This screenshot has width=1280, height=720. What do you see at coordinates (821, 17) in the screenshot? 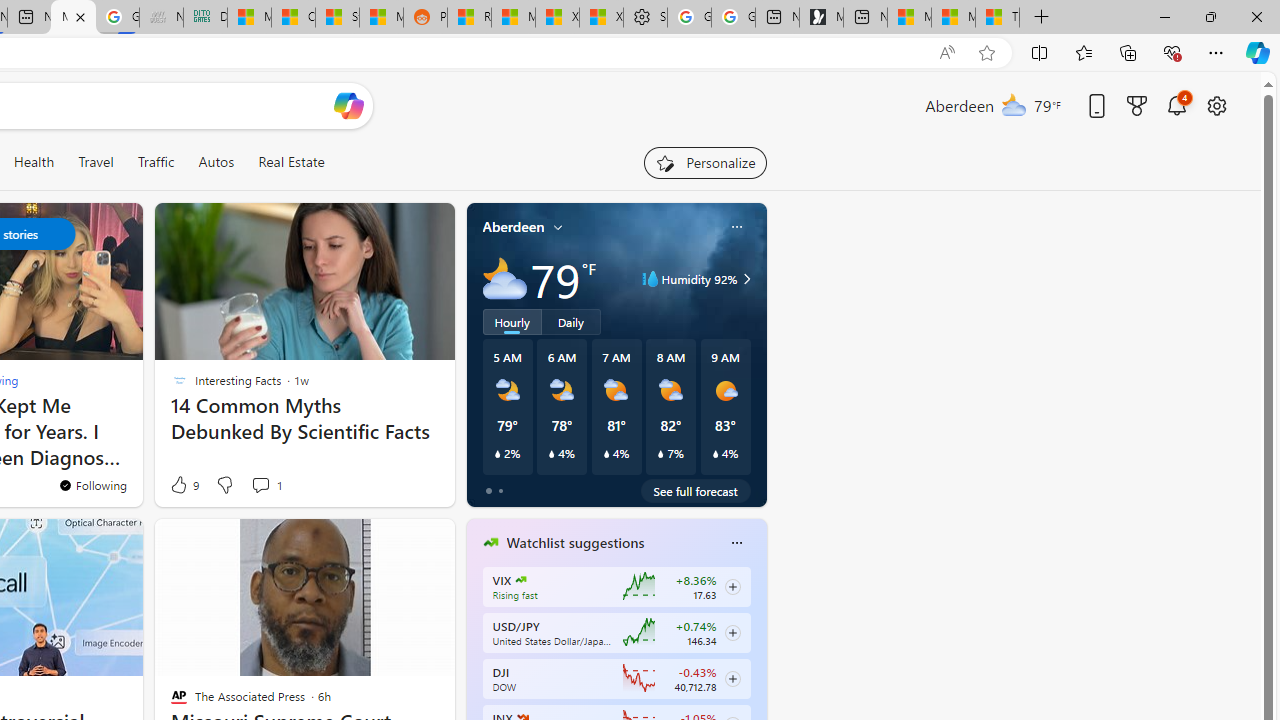
I see `'Microsoft Start Gaming'` at bounding box center [821, 17].